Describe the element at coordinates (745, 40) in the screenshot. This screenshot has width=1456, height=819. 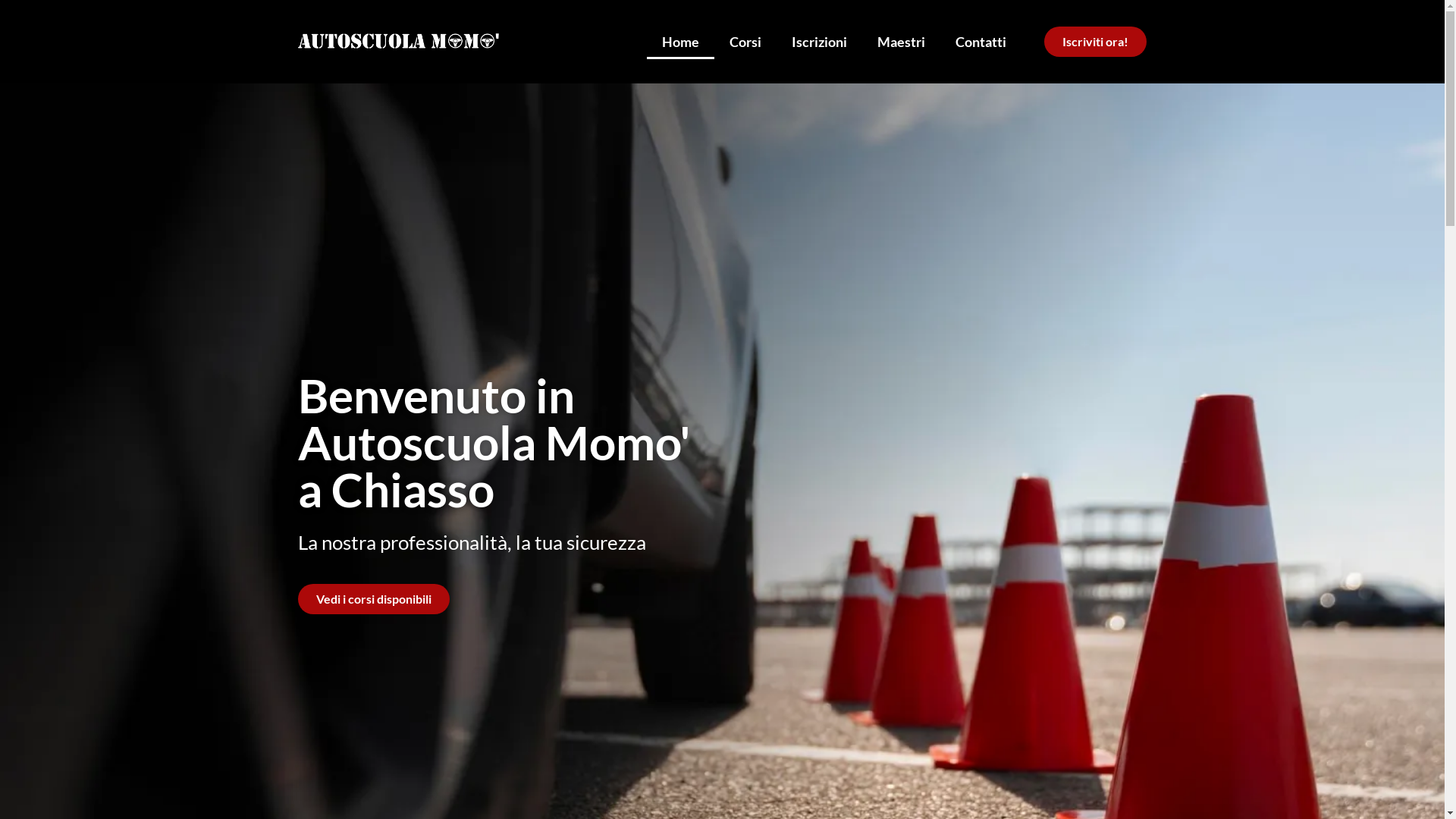
I see `'Corsi'` at that location.